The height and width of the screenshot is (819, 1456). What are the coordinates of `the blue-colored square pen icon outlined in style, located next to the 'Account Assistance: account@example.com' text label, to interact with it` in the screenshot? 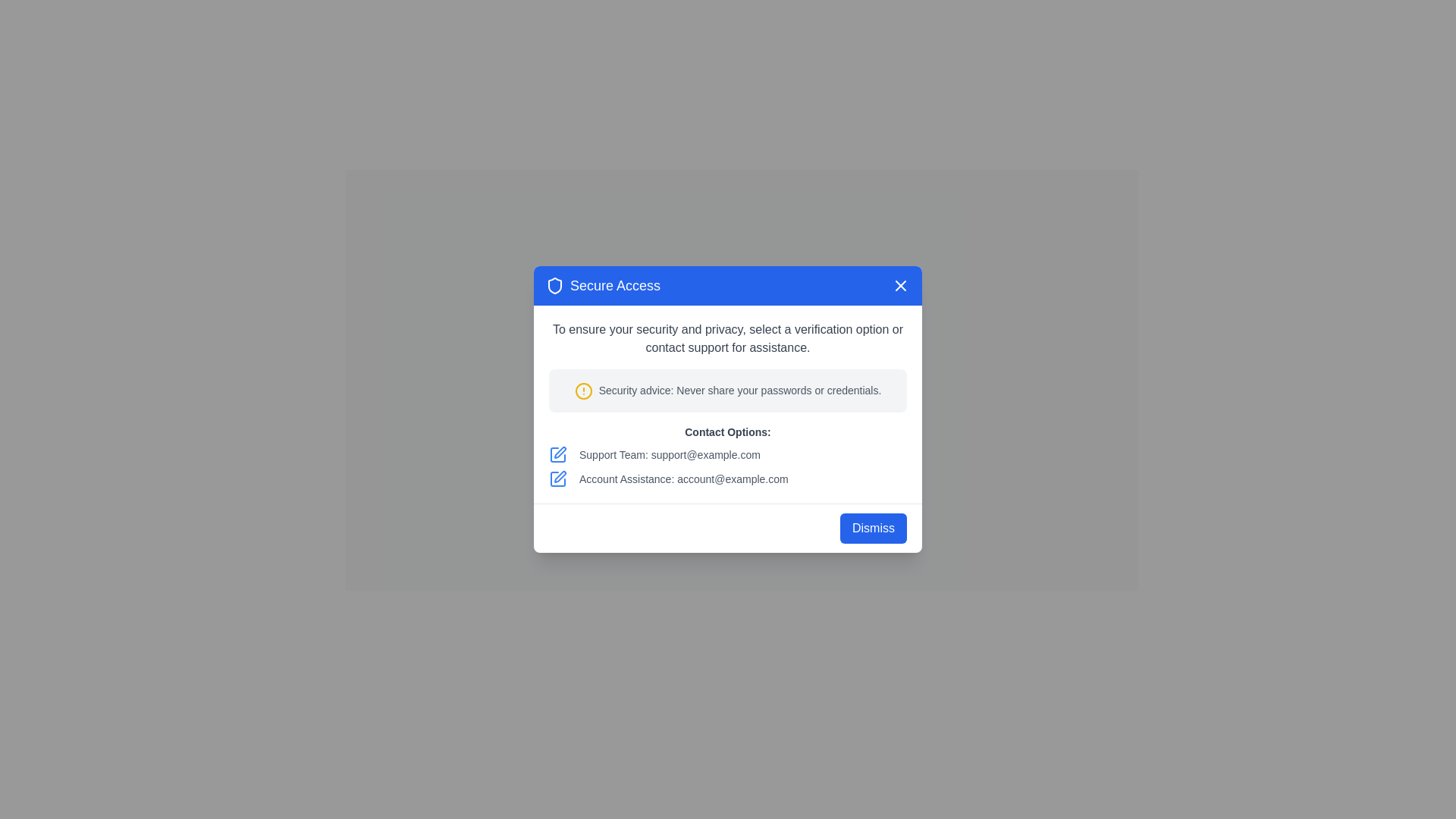 It's located at (557, 479).